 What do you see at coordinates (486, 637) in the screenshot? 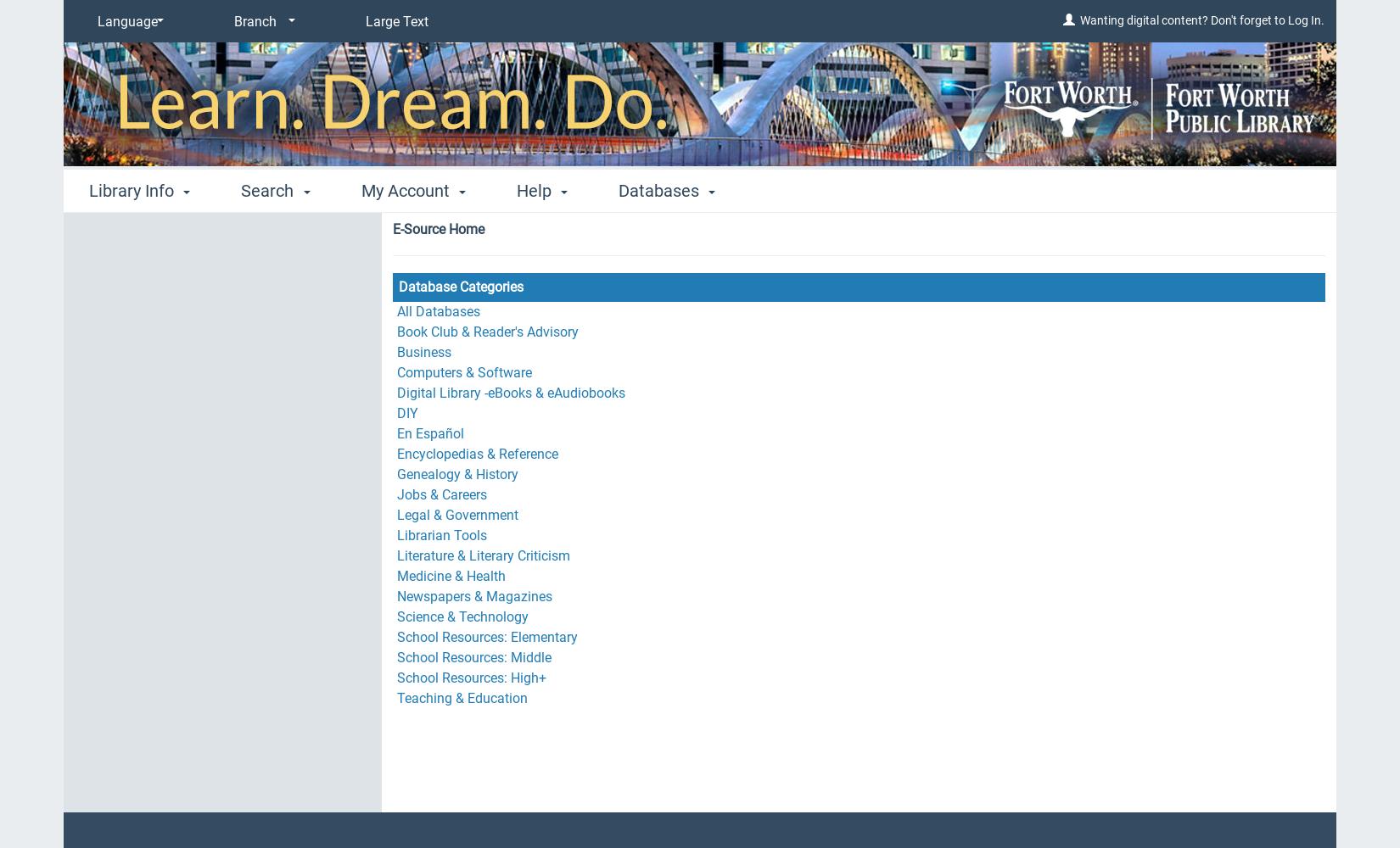
I see `'School Resources: Elementary'` at bounding box center [486, 637].